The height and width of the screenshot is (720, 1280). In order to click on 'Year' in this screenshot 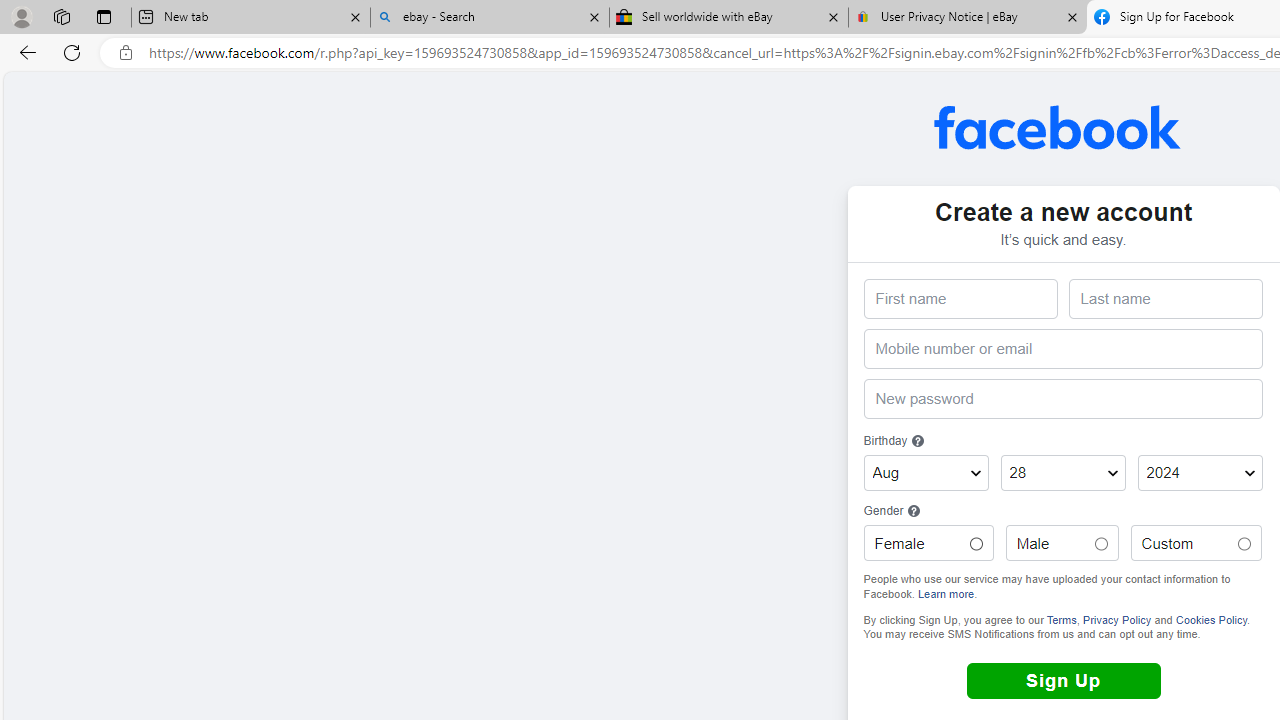, I will do `click(1200, 473)`.